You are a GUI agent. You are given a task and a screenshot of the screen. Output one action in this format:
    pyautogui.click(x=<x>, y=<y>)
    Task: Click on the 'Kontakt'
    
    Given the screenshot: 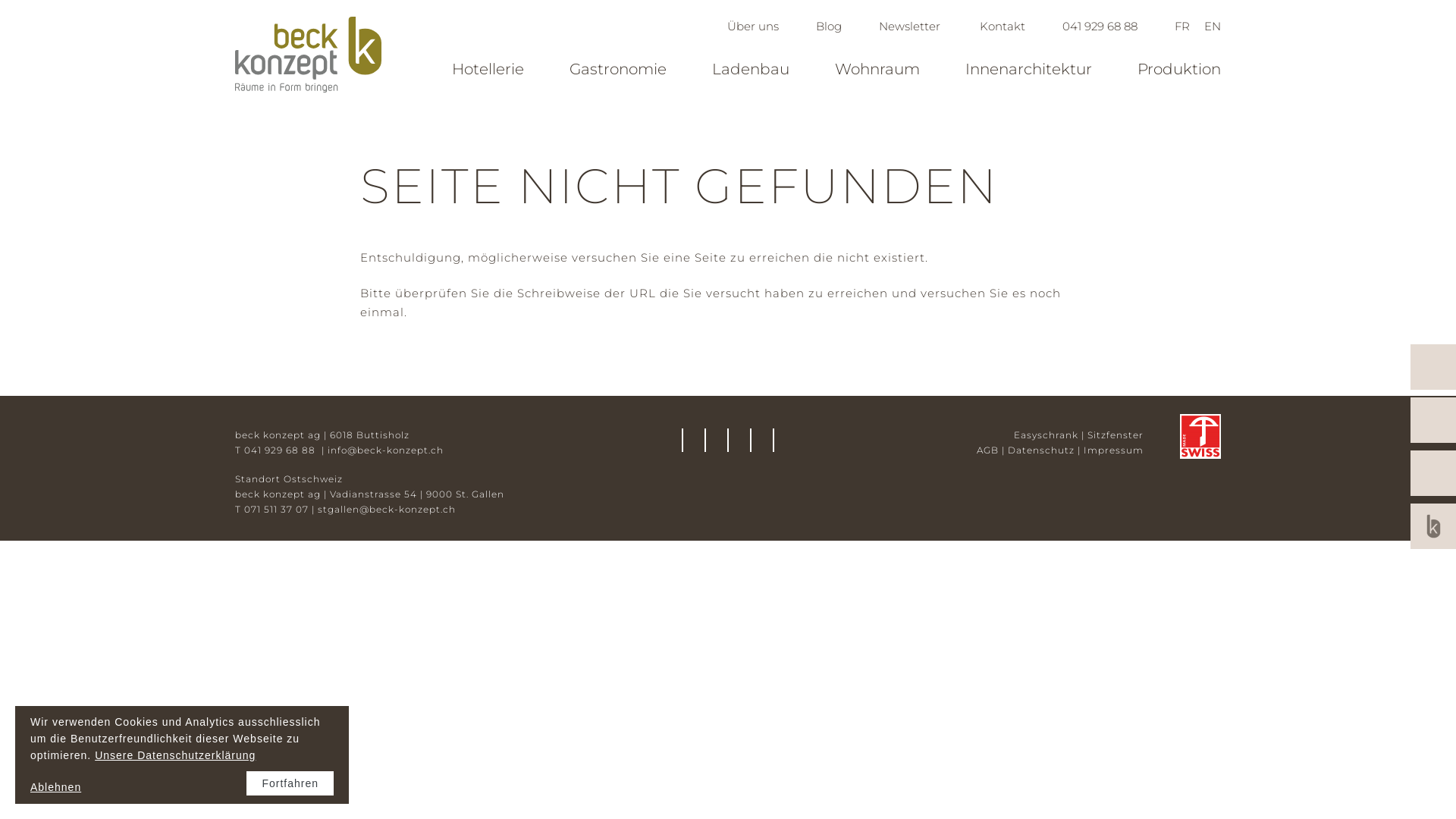 What is the action you would take?
    pyautogui.click(x=977, y=26)
    